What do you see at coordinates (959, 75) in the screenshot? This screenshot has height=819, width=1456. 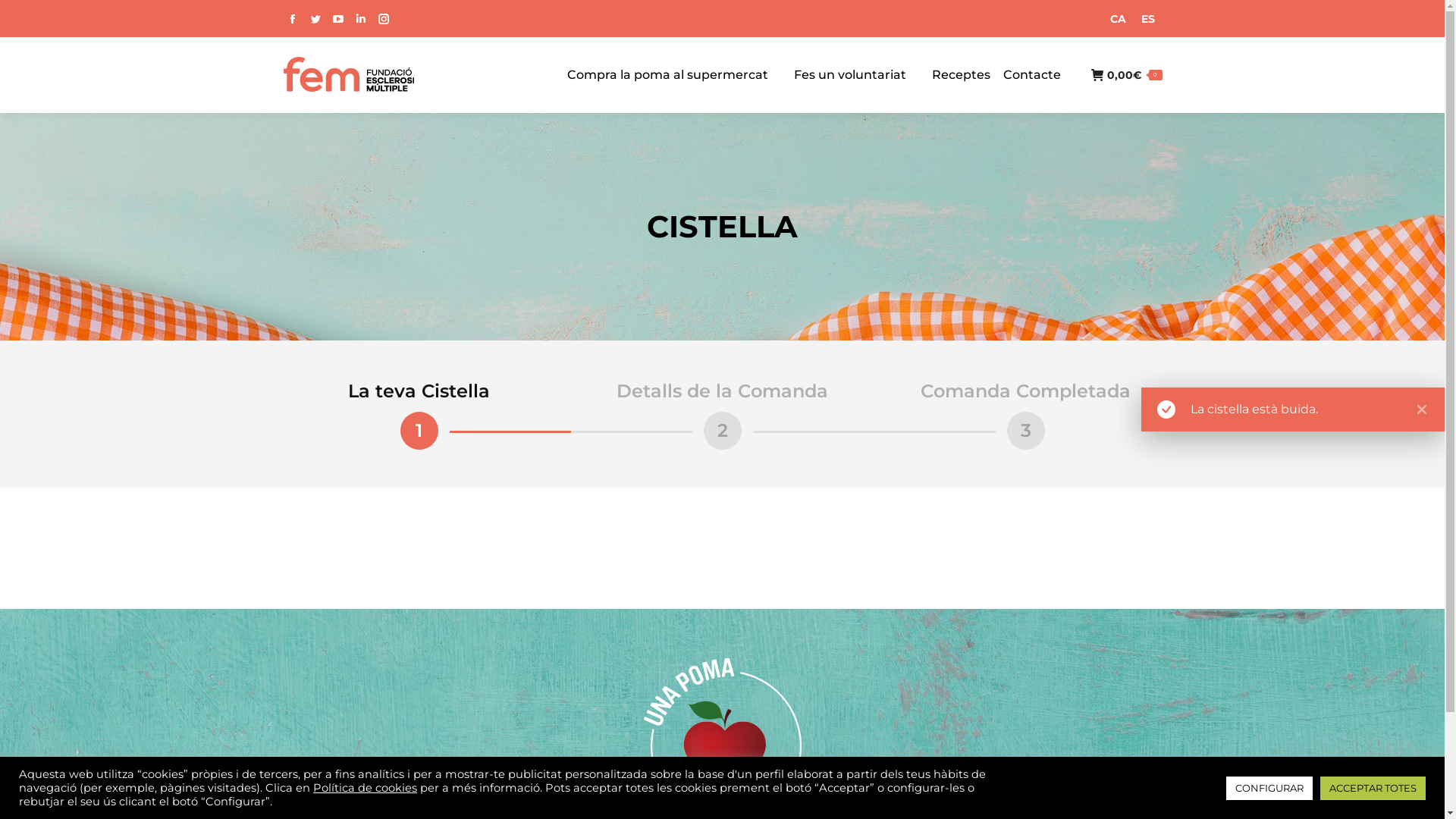 I see `'Receptes'` at bounding box center [959, 75].